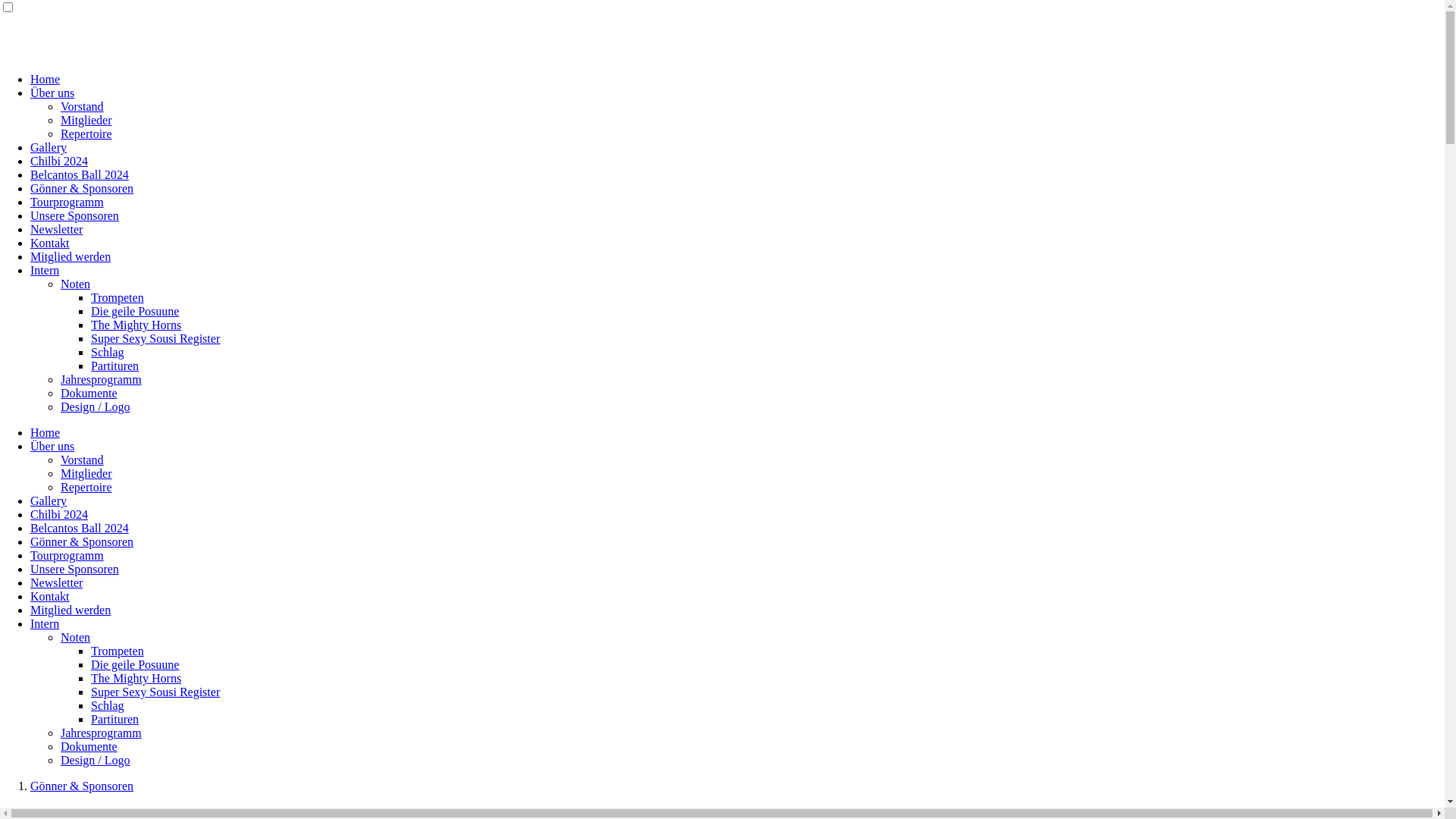  Describe the element at coordinates (56, 582) in the screenshot. I see `'Newsletter'` at that location.